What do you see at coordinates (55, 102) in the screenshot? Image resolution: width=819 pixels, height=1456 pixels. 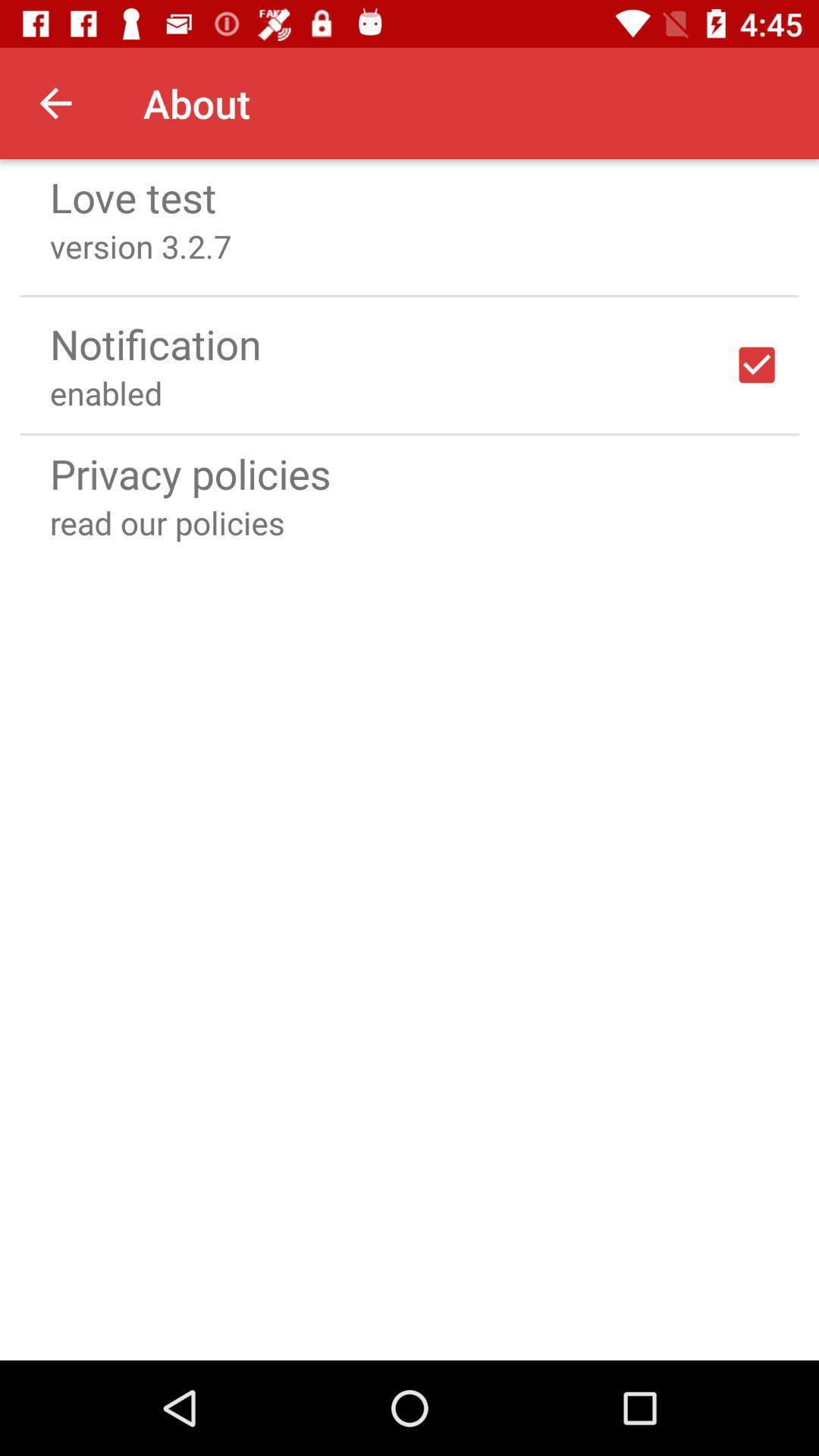 I see `item above the love test` at bounding box center [55, 102].